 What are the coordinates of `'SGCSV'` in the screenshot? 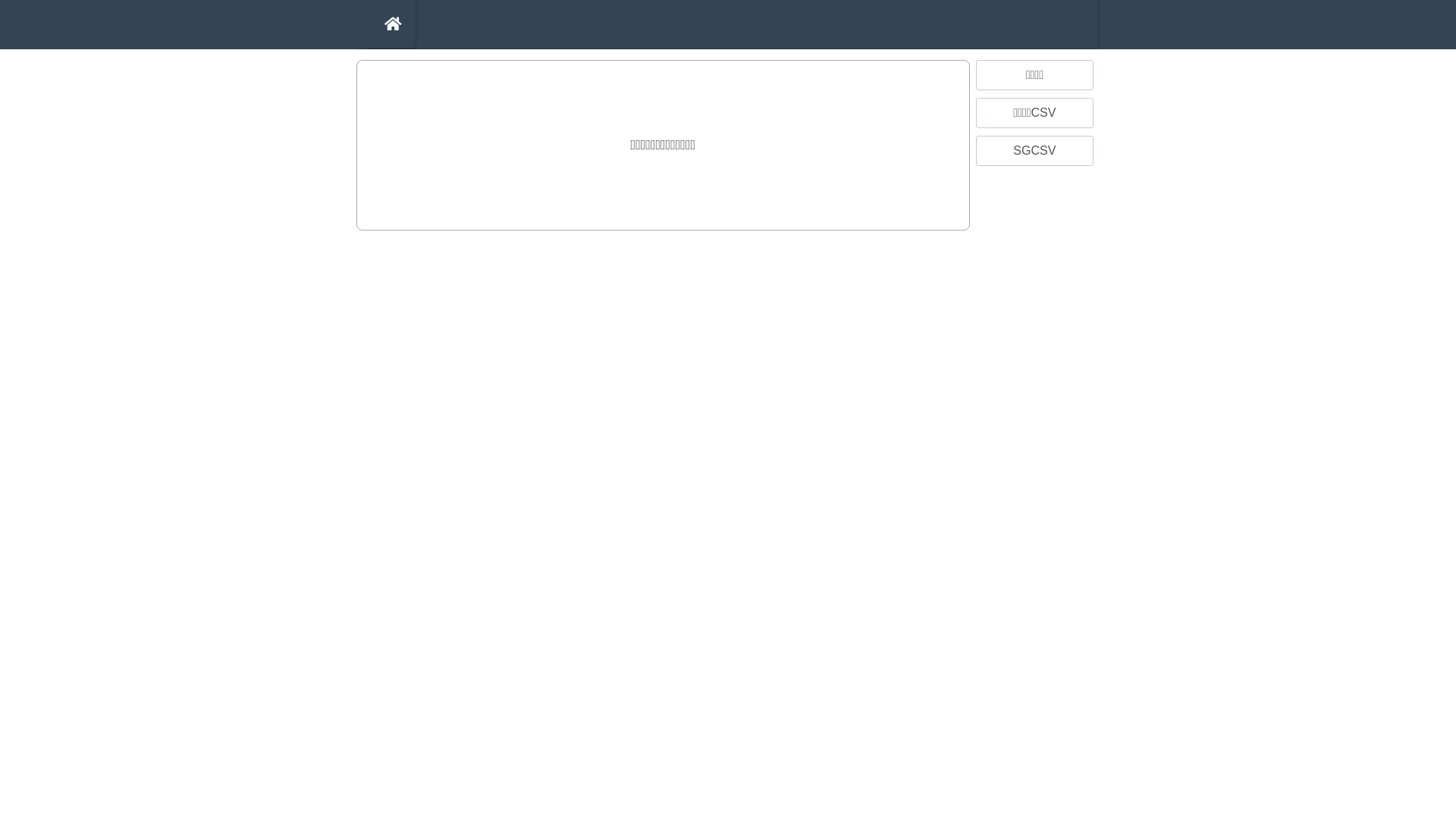 It's located at (1034, 151).